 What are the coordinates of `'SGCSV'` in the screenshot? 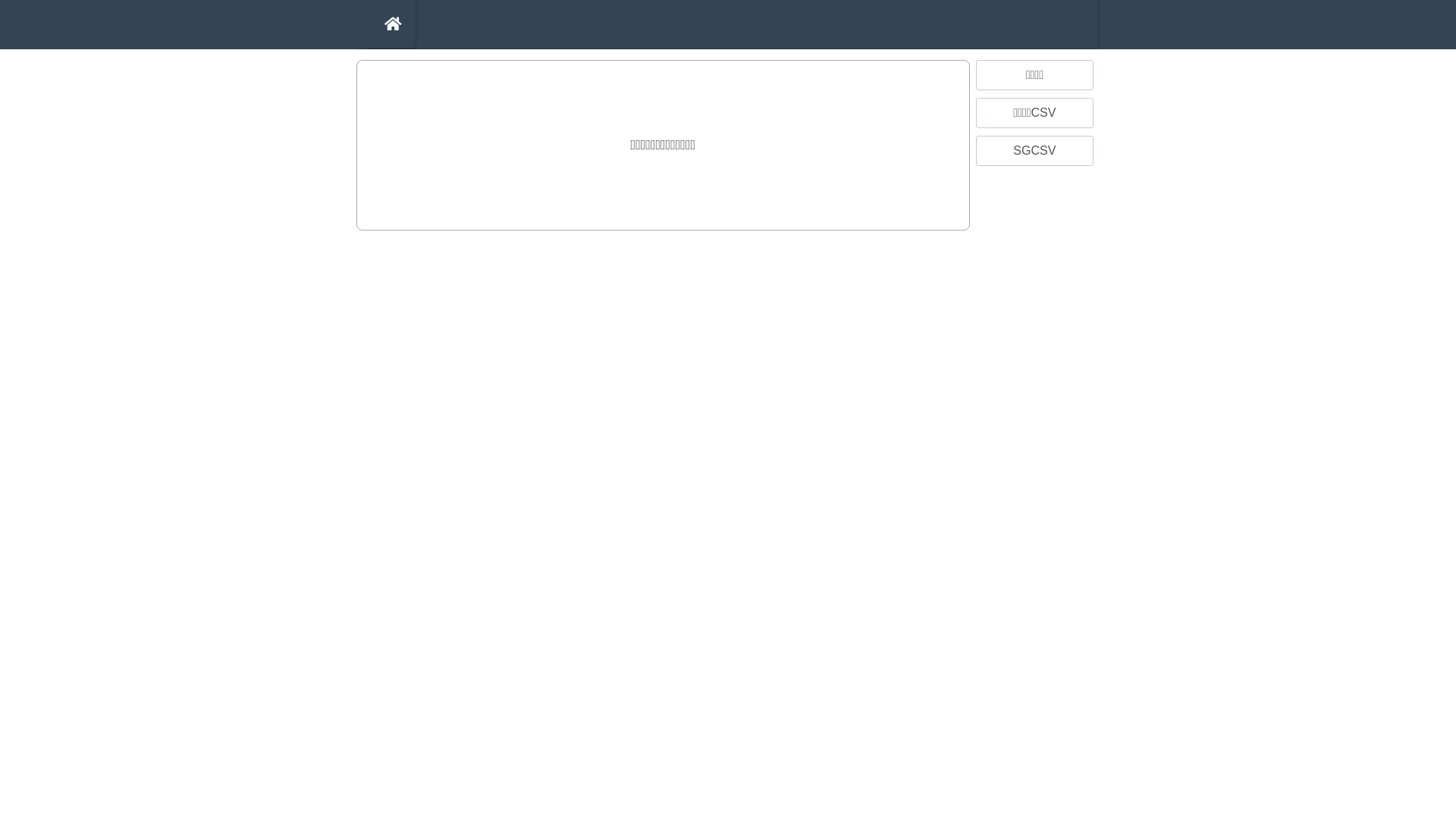 It's located at (1034, 151).